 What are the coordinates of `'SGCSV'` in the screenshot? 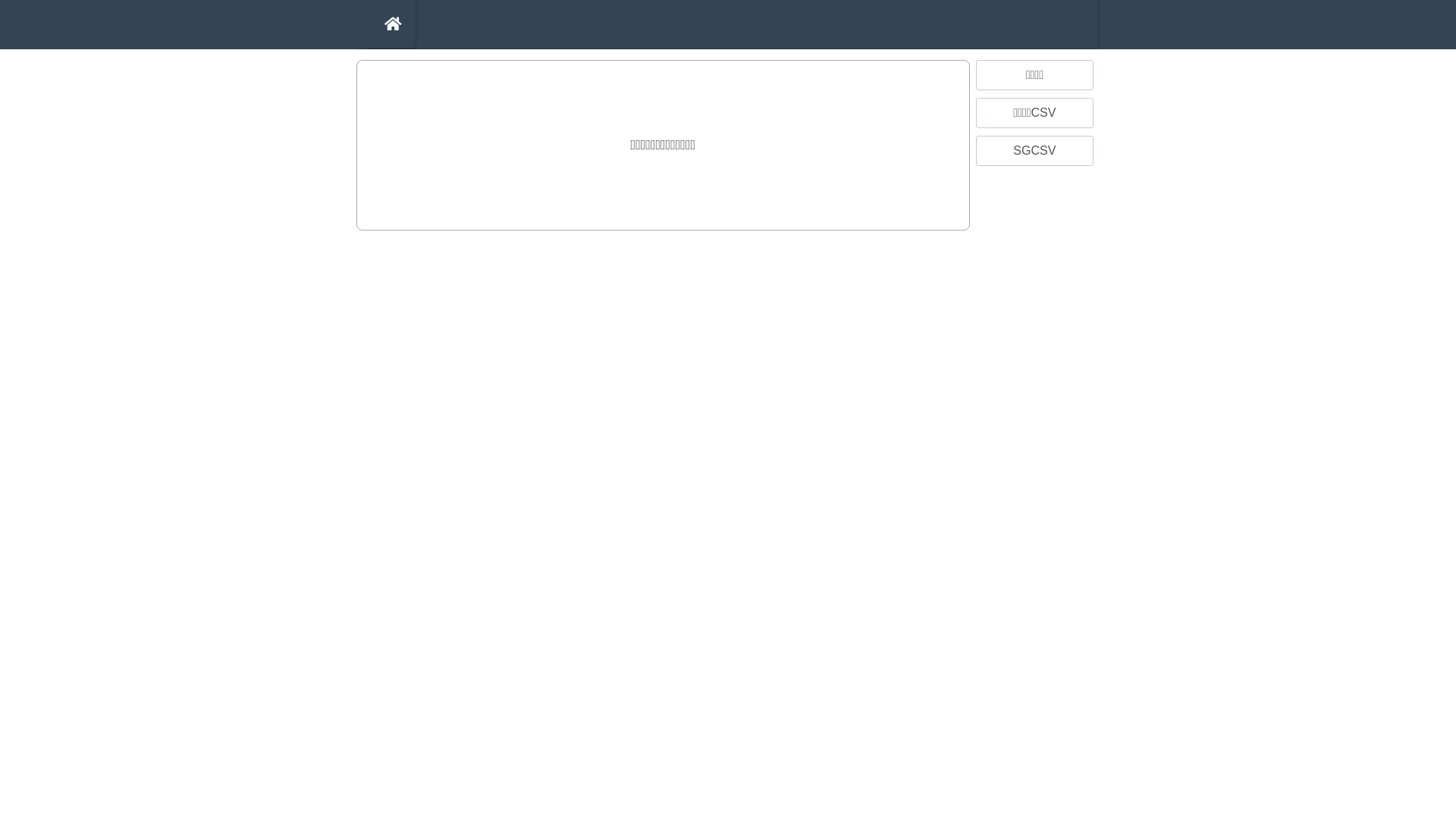 It's located at (1034, 151).